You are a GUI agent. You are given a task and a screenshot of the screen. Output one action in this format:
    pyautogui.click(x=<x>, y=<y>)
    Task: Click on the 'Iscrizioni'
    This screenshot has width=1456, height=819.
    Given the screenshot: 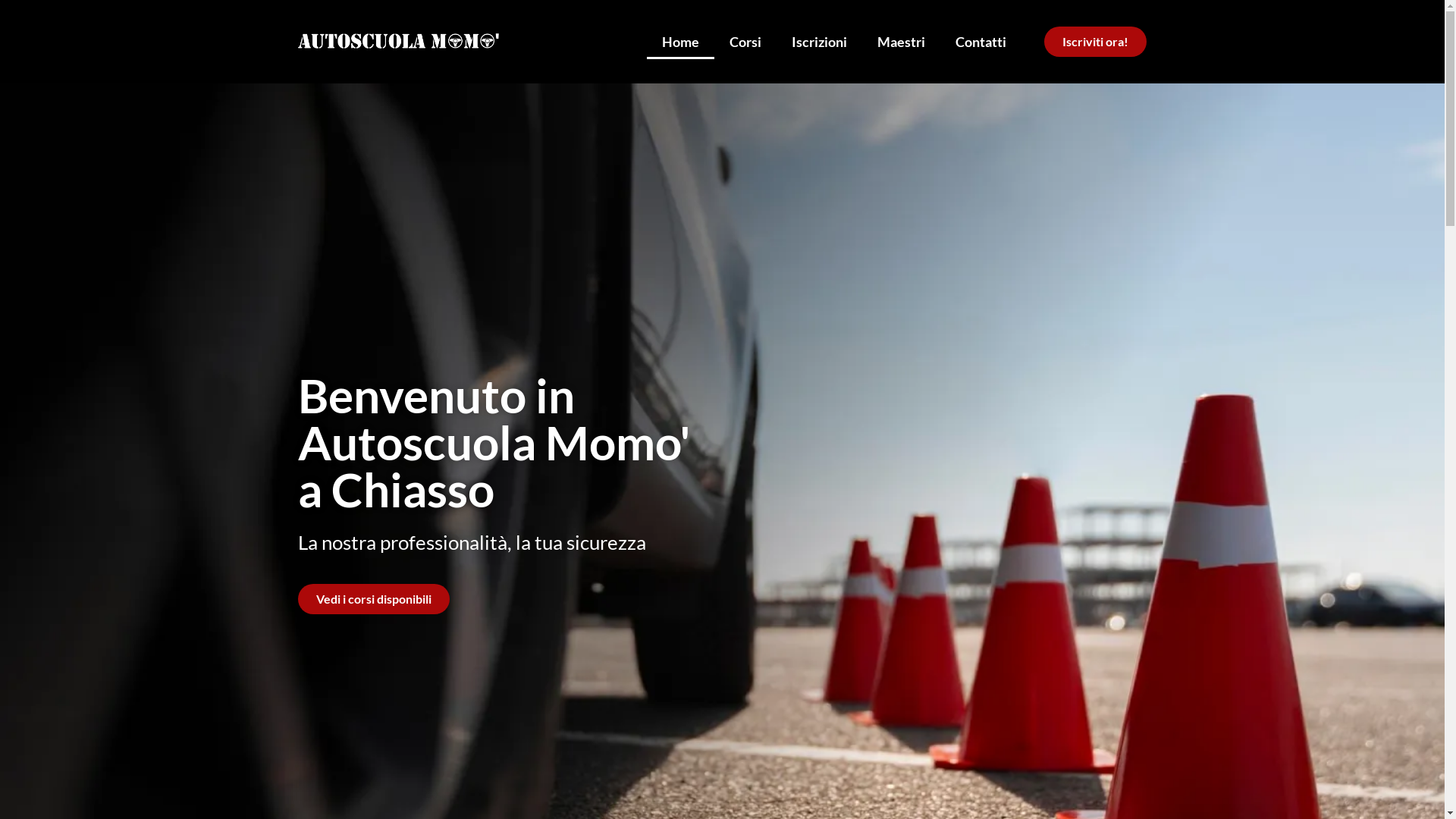 What is the action you would take?
    pyautogui.click(x=776, y=40)
    